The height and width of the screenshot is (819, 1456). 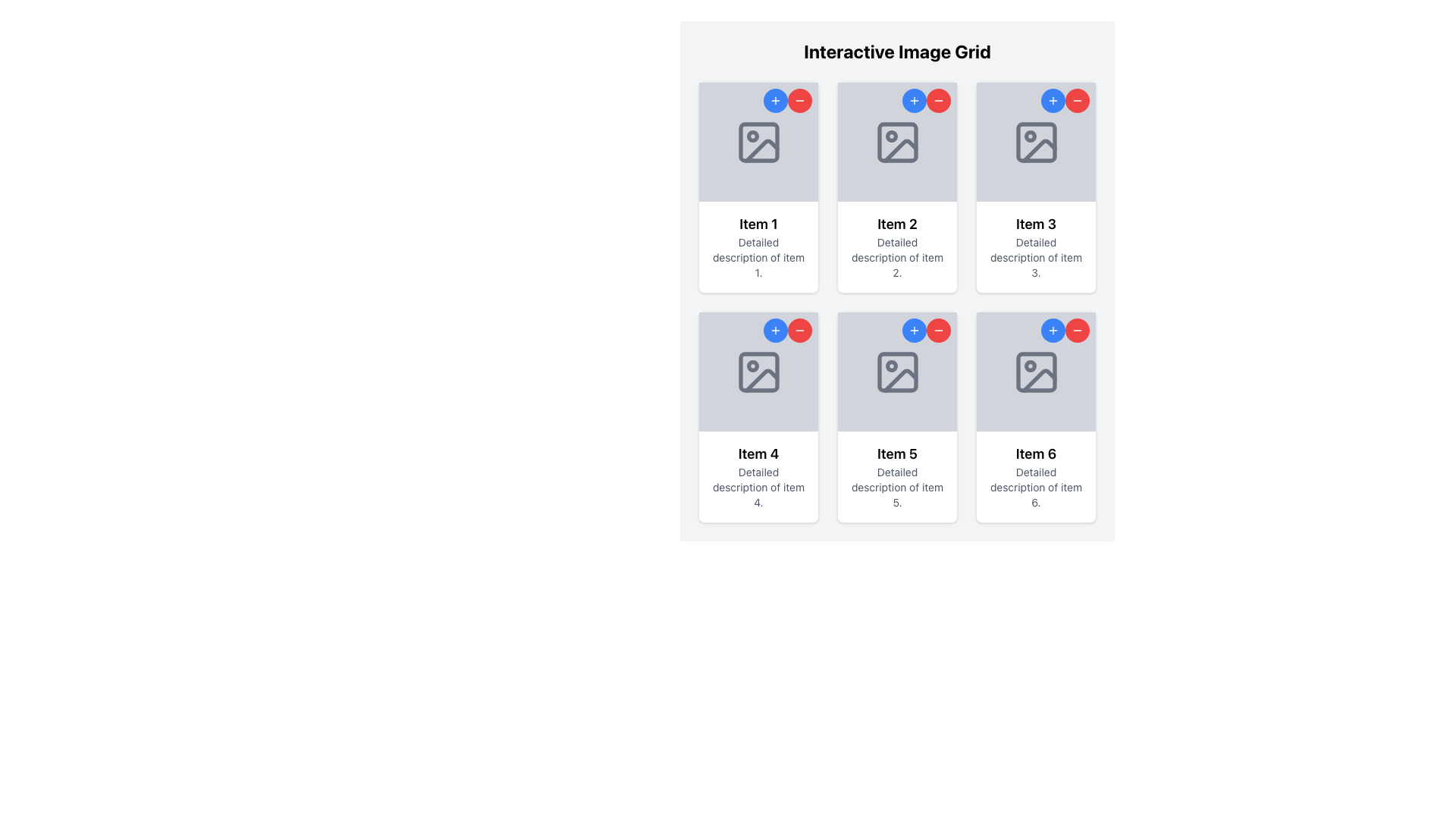 What do you see at coordinates (938, 329) in the screenshot?
I see `the red 'minus' icon located in the top-right corner of the 'Item 5' card within the interactive image grid, which is part of a red button aligned to the right of a blue button` at bounding box center [938, 329].